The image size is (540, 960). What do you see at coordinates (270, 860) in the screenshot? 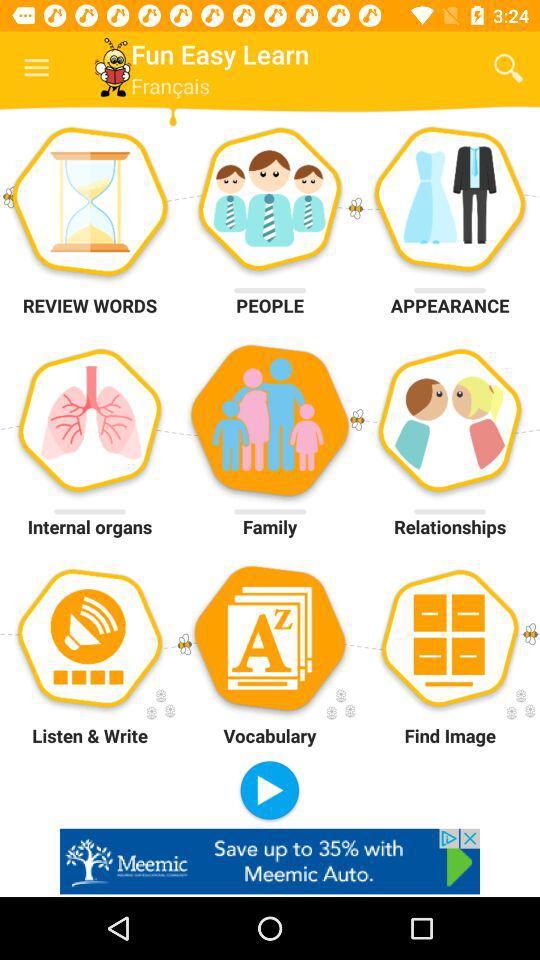
I see `advertisement for meemic auto` at bounding box center [270, 860].